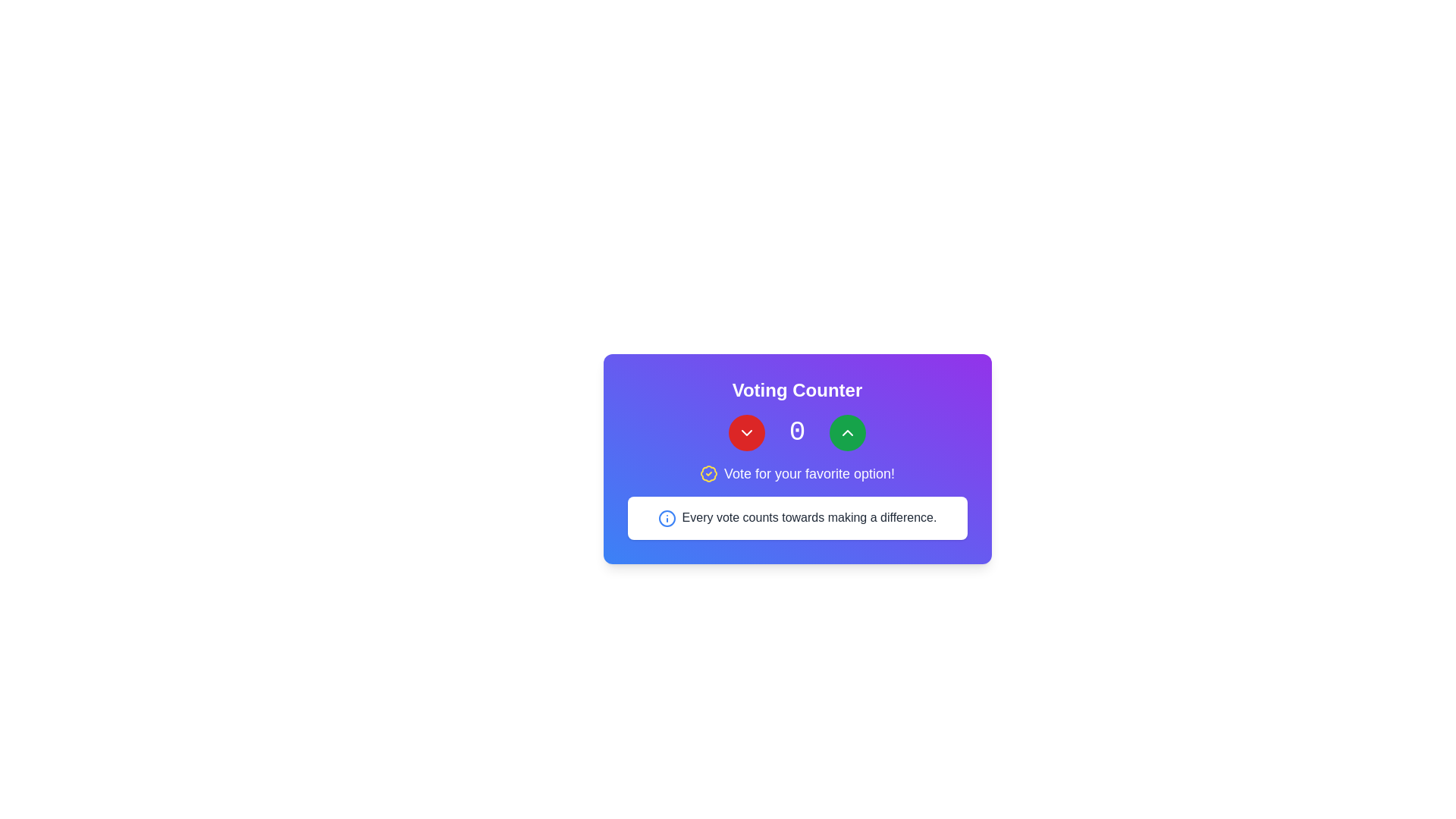 The width and height of the screenshot is (1456, 819). I want to click on the downward-pointing chevron icon inside the red circular button located to the left of the numeric counter and the green upward-pointing chevron button, so click(746, 432).